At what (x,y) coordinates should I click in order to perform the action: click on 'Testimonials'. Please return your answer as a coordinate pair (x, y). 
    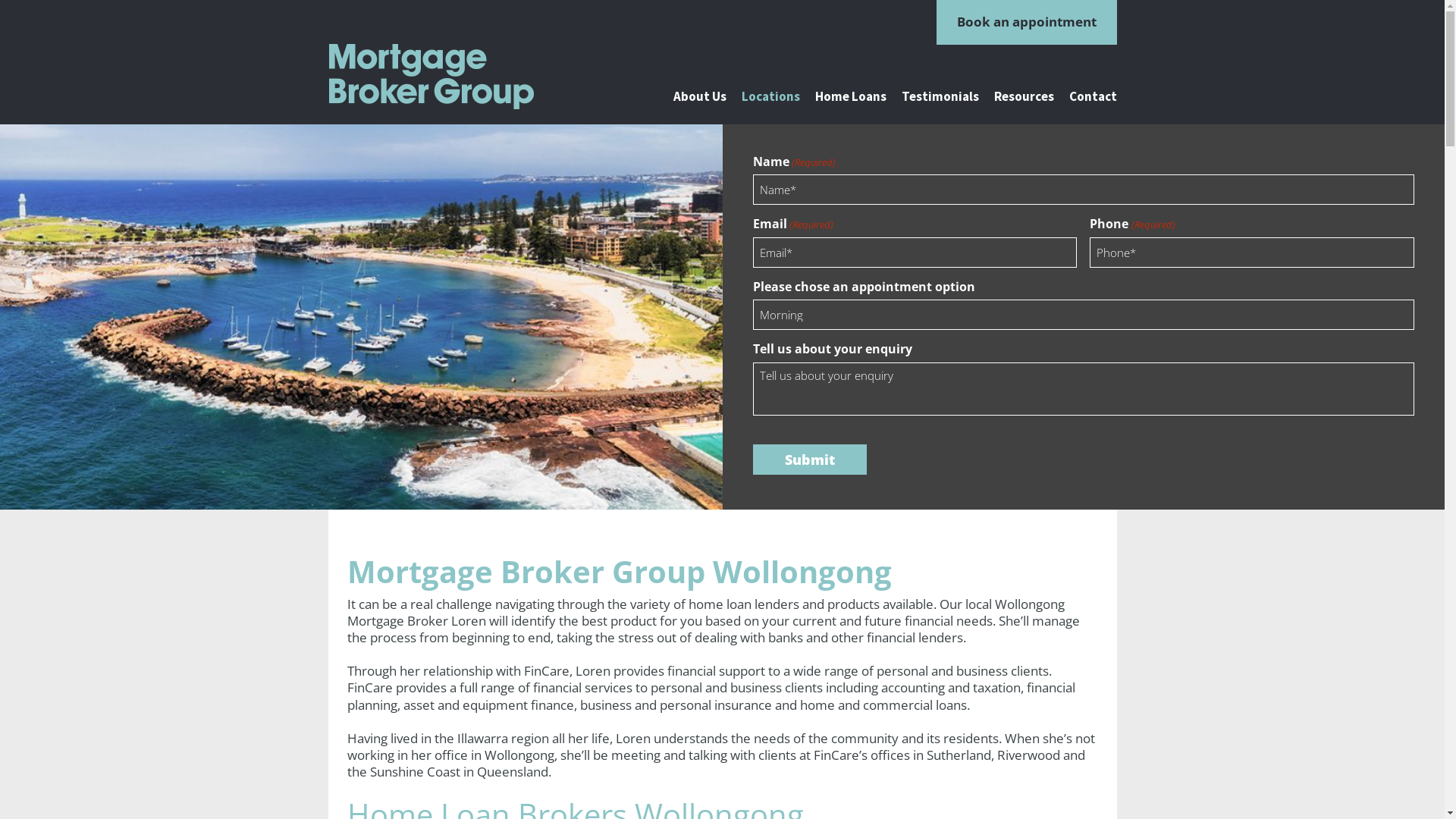
    Looking at the image, I should click on (901, 96).